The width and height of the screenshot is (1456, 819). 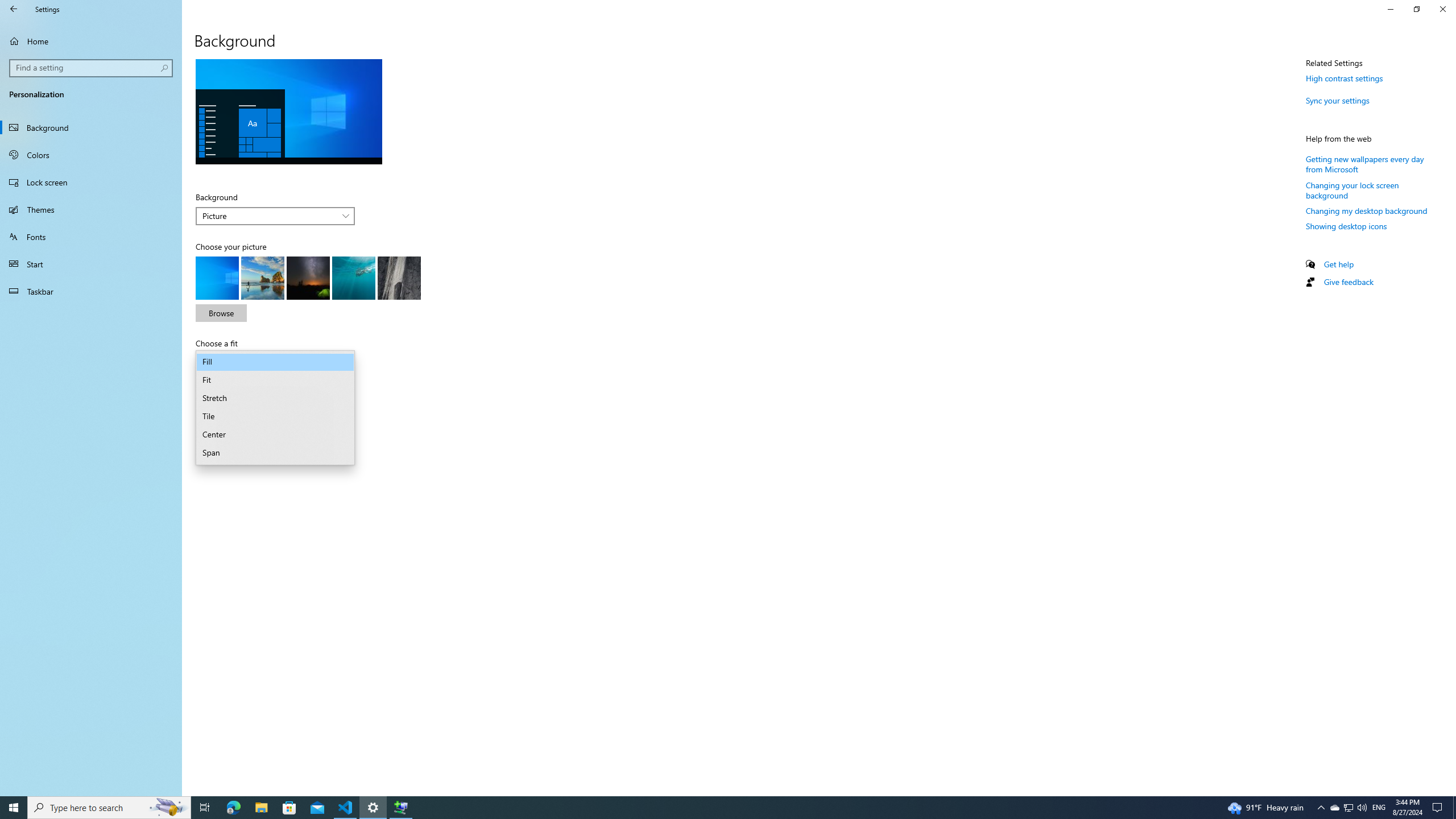 I want to click on 'Changing your lock screen background', so click(x=1352, y=189).